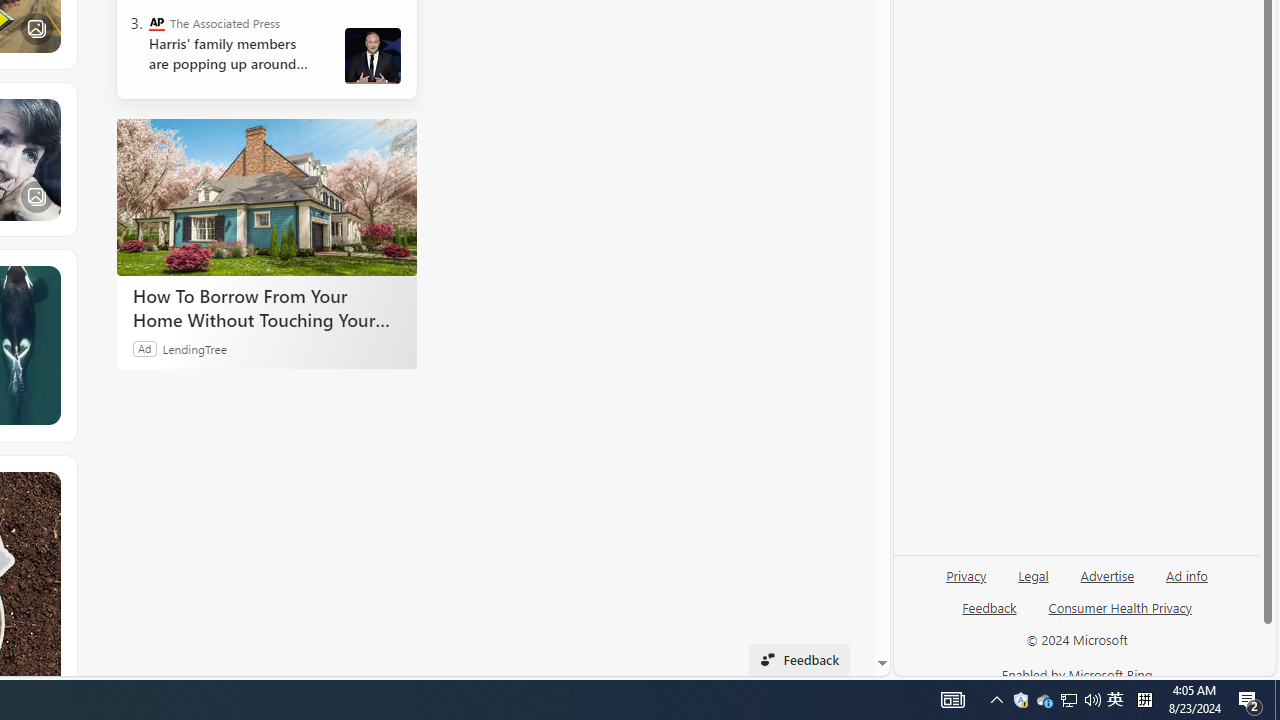 The image size is (1280, 720). Describe the element at coordinates (1106, 574) in the screenshot. I see `'Advertise'` at that location.